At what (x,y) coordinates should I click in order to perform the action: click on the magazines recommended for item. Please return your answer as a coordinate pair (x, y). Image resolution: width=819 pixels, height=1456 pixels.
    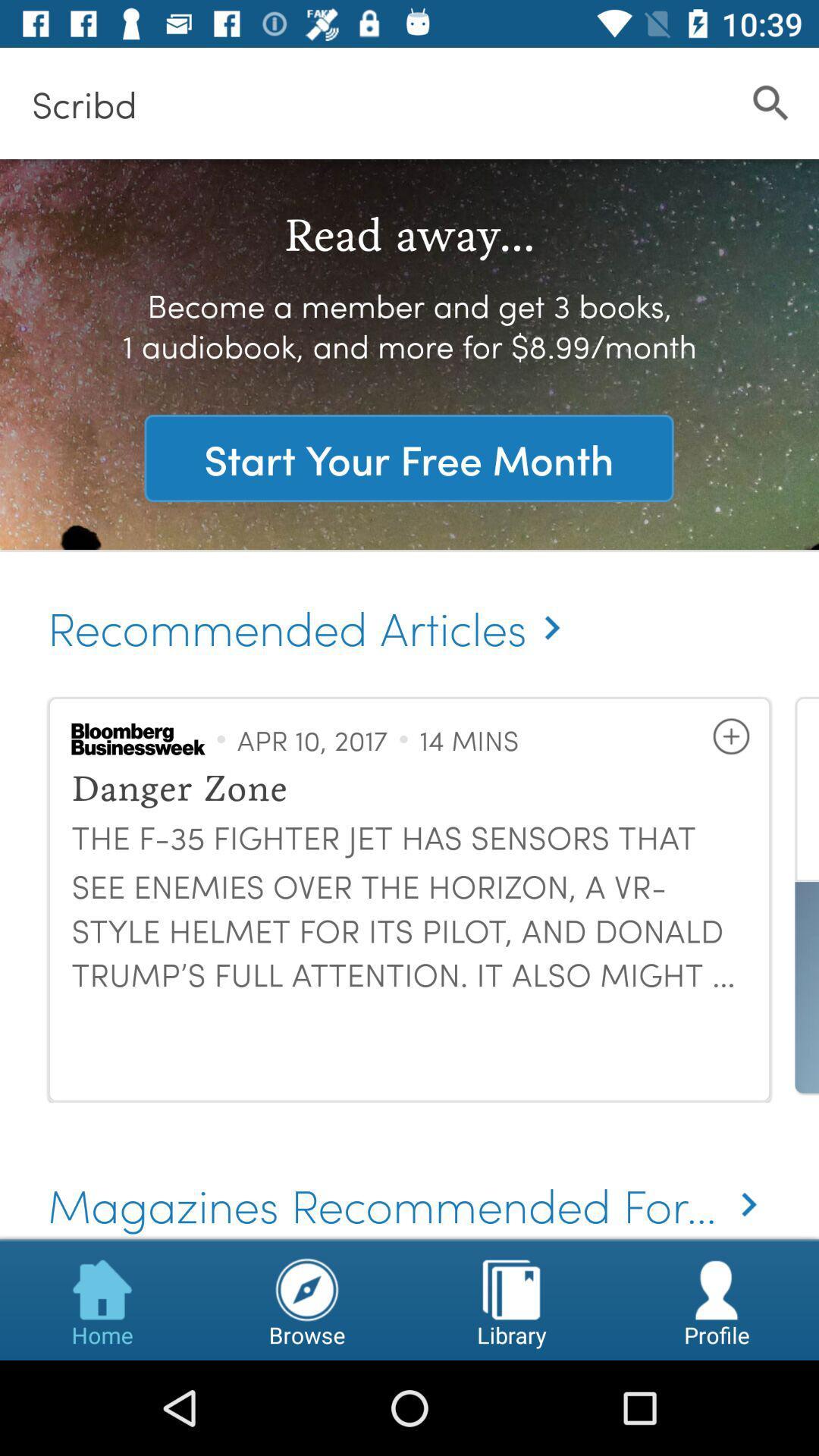
    Looking at the image, I should click on (409, 1183).